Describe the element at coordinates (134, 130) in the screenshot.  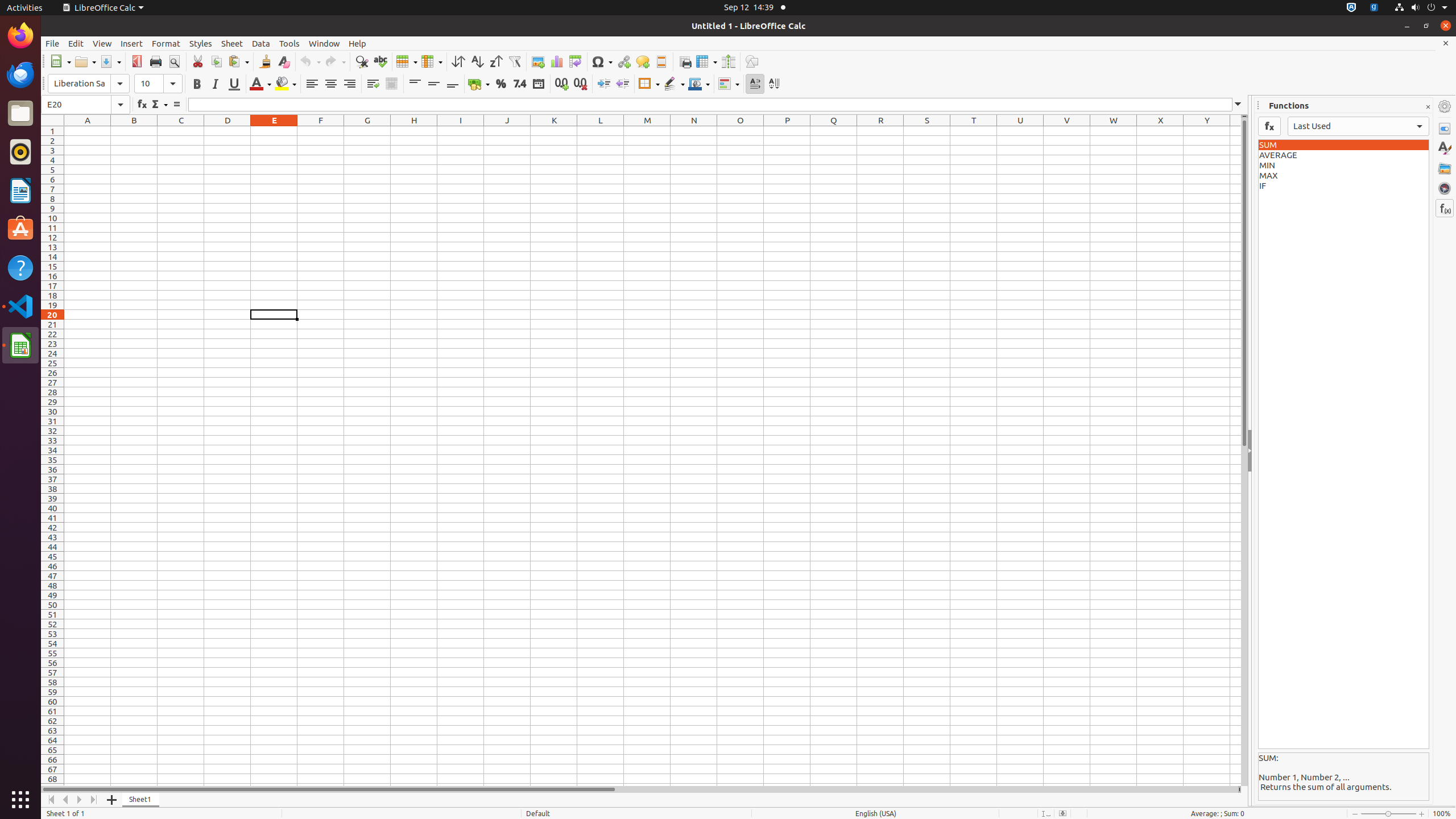
I see `'B1'` at that location.